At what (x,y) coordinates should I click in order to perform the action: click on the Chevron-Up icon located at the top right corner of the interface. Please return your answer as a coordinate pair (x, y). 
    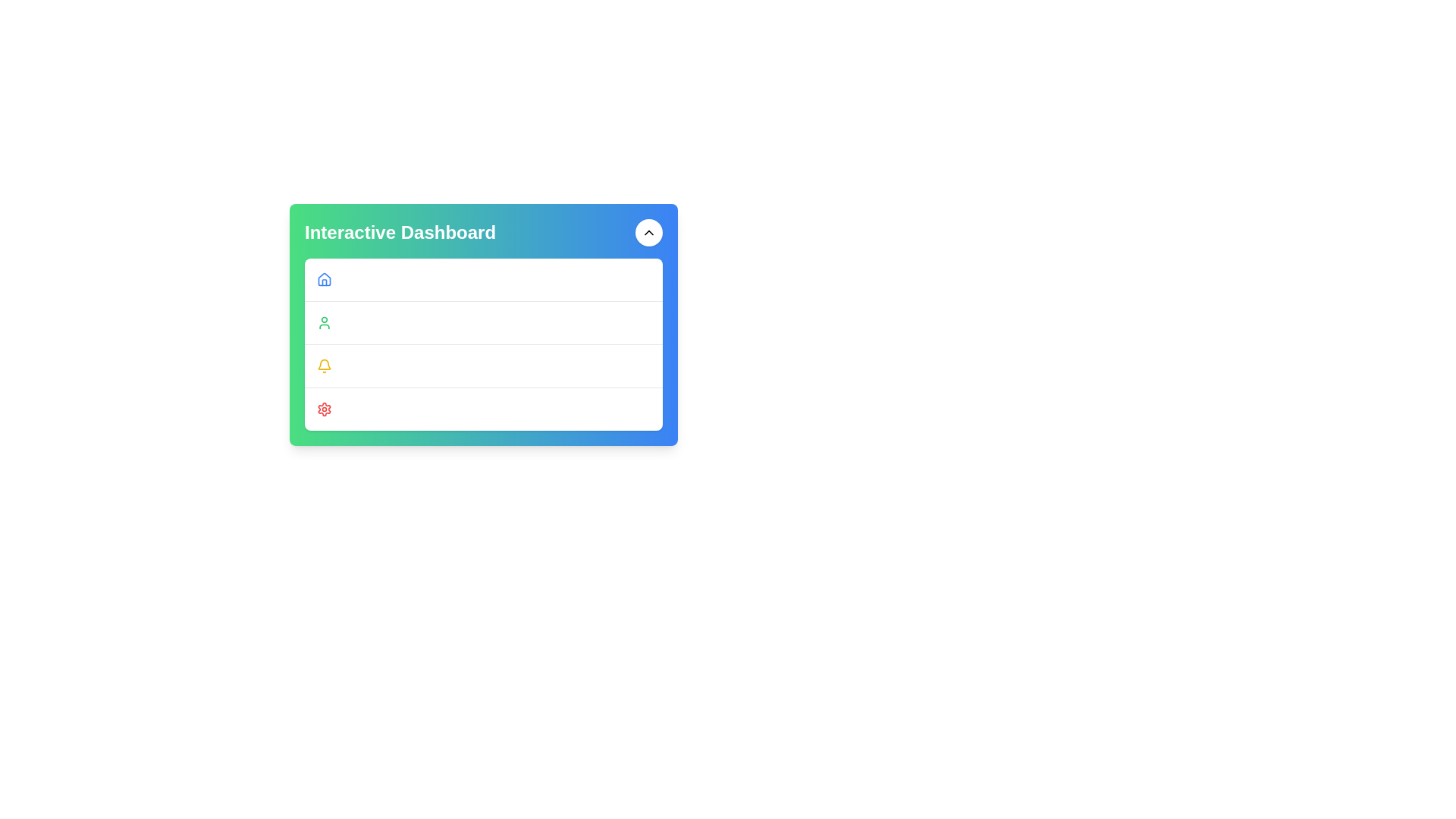
    Looking at the image, I should click on (648, 233).